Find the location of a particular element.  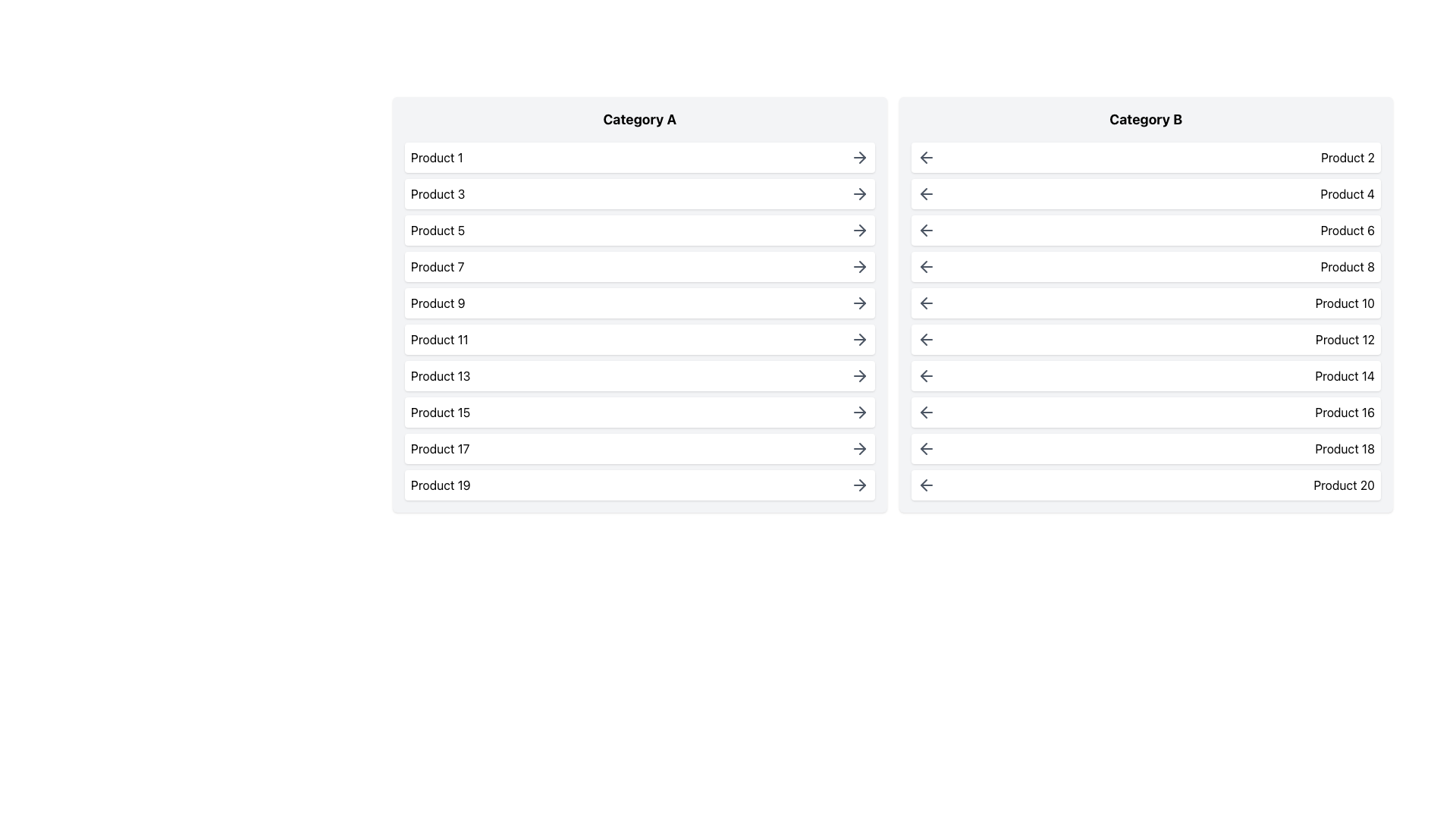

the non-interactive text label in the second column labeled 'Category B', which is adjacent to an arrow icon and aligned with 'Product 10' and 'Product 14' is located at coordinates (1345, 338).